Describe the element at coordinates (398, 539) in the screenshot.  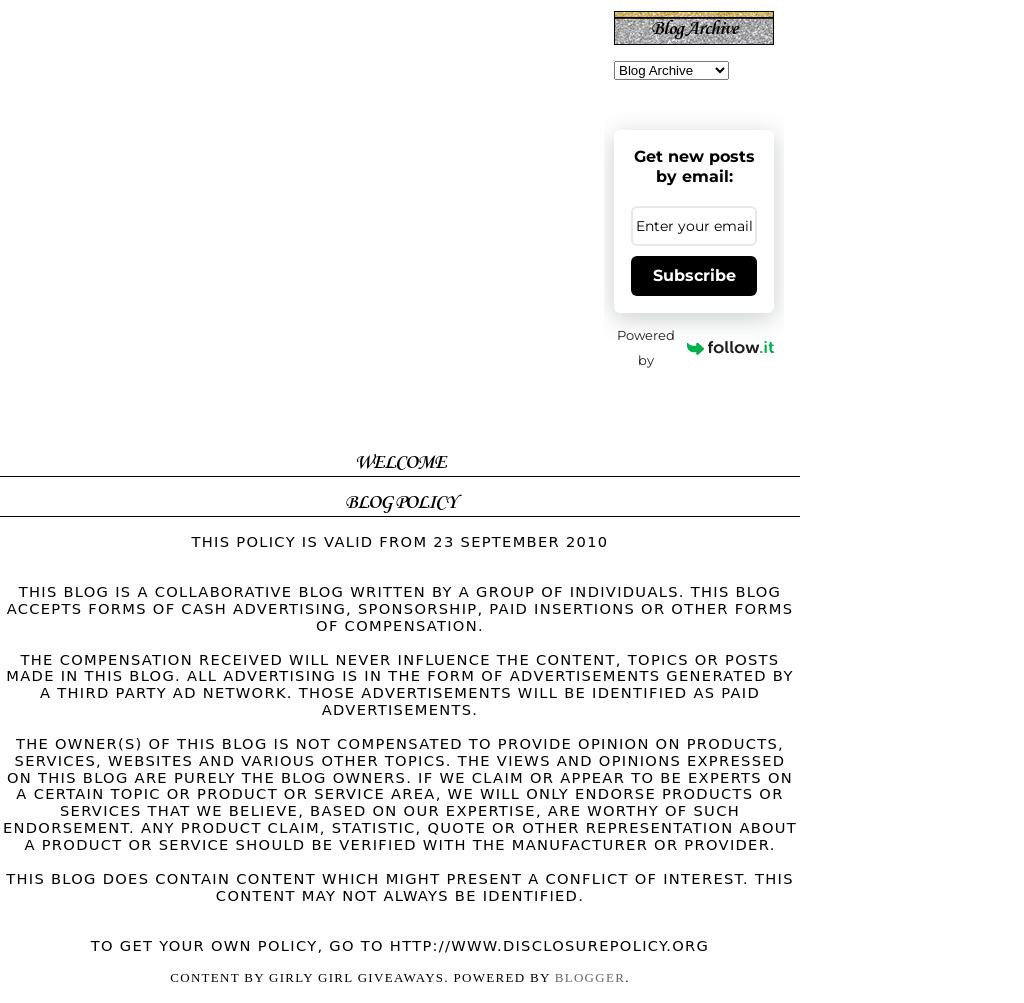
I see `'This policy is valid from 23 September 2010'` at that location.